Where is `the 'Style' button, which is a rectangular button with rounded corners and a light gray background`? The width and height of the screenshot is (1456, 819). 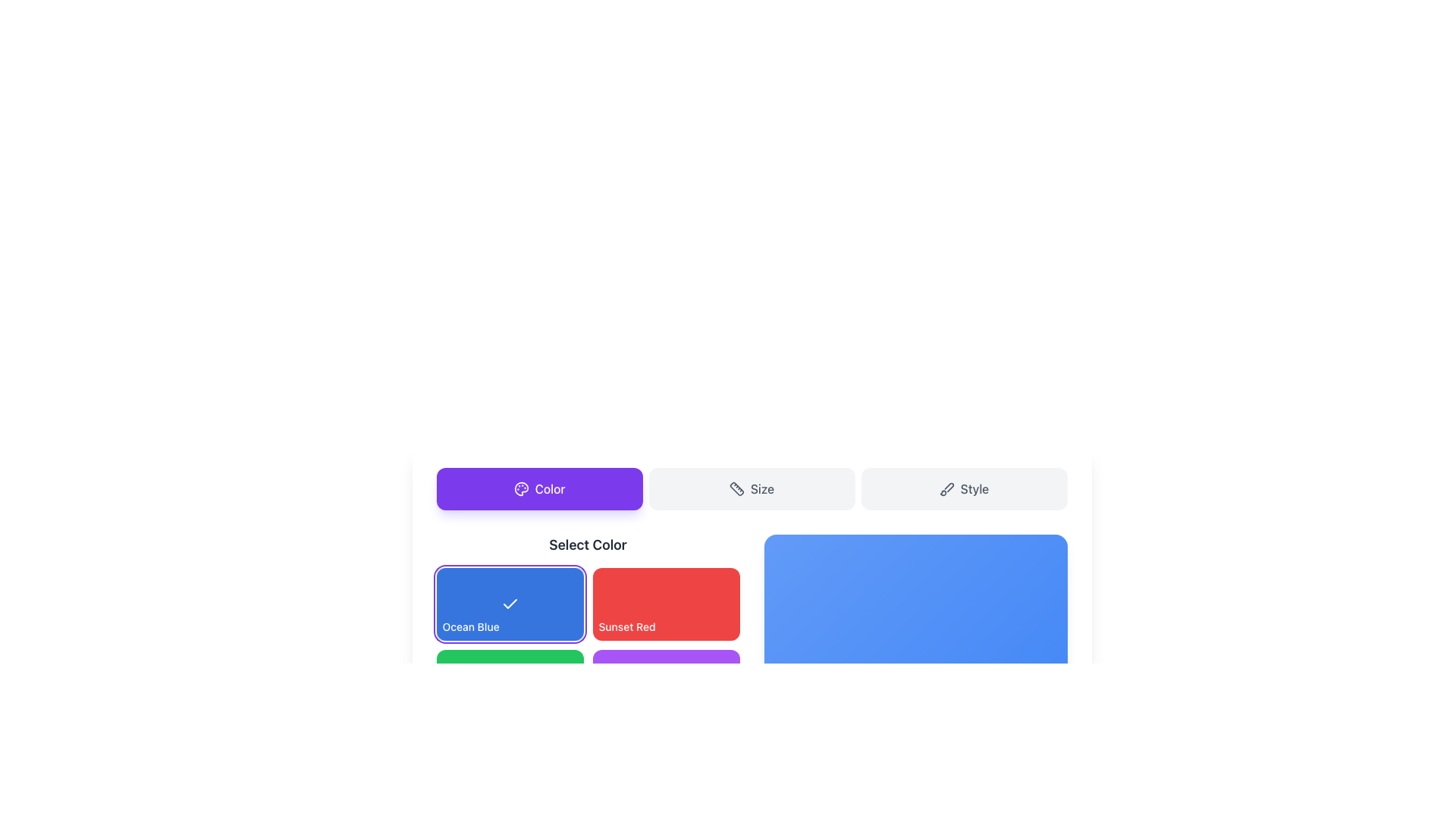
the 'Style' button, which is a rectangular button with rounded corners and a light gray background is located at coordinates (963, 488).